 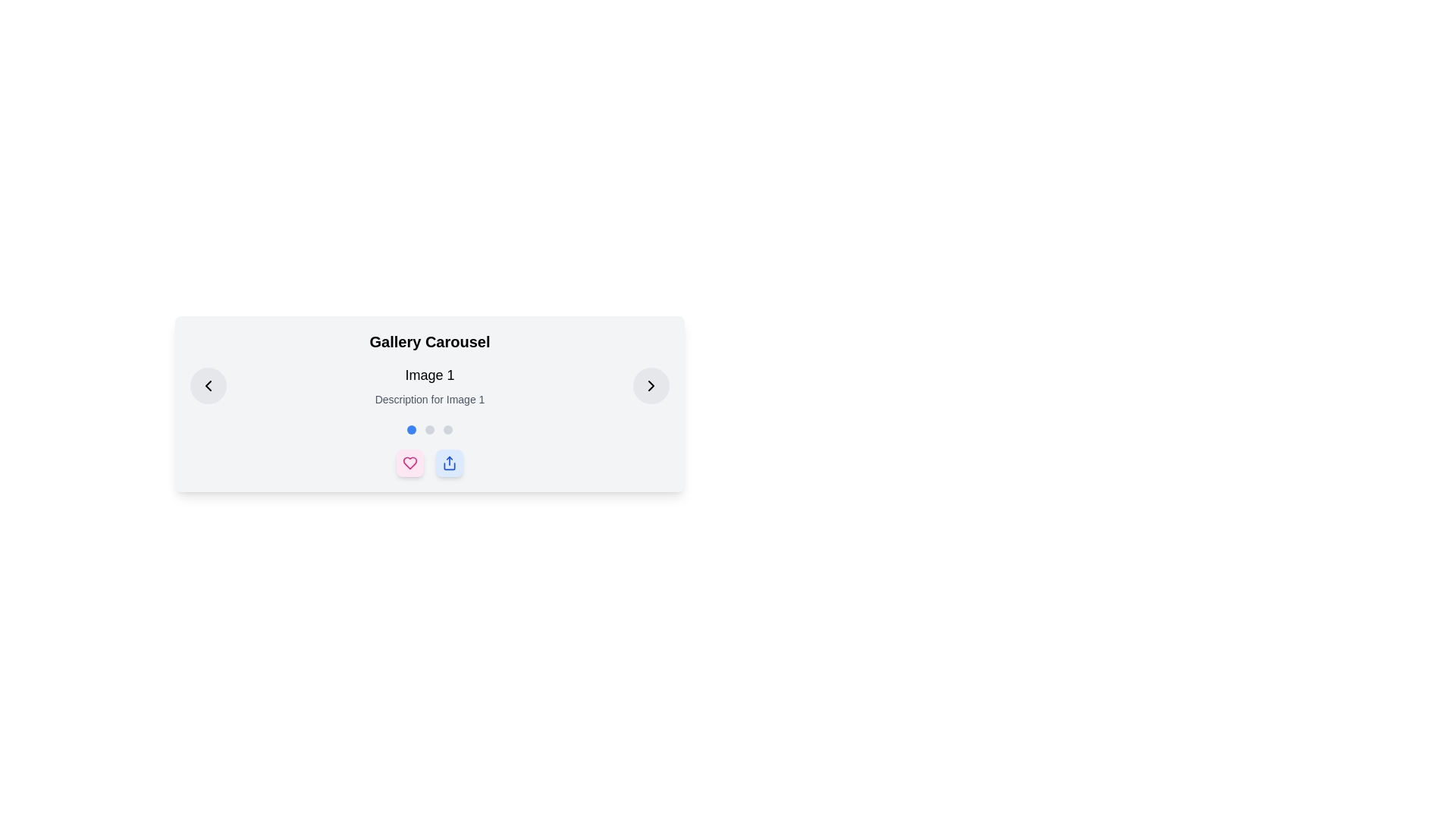 What do you see at coordinates (449, 462) in the screenshot?
I see `the second button located at the bottom of the image viewer interface to share the content currently being viewed in the image carousel` at bounding box center [449, 462].